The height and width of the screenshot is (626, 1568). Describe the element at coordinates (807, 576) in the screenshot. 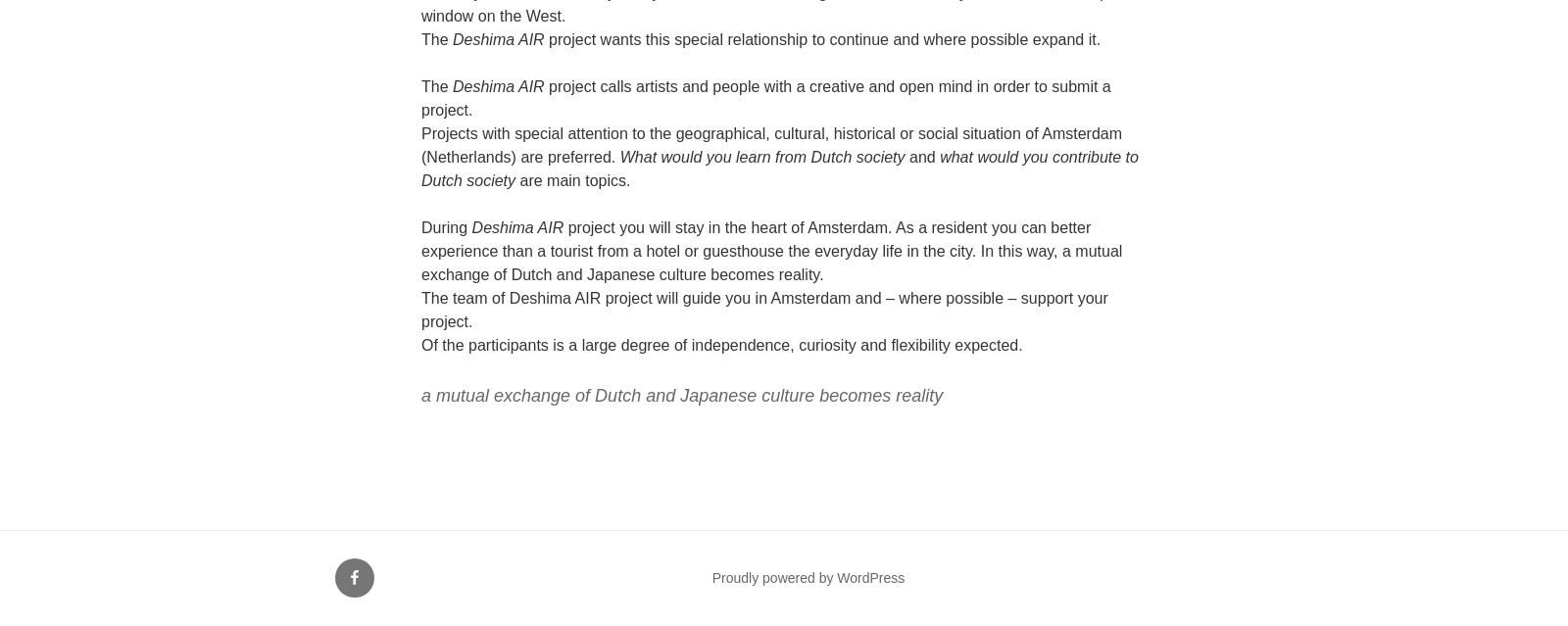

I see `'Proudly powered by WordPress'` at that location.